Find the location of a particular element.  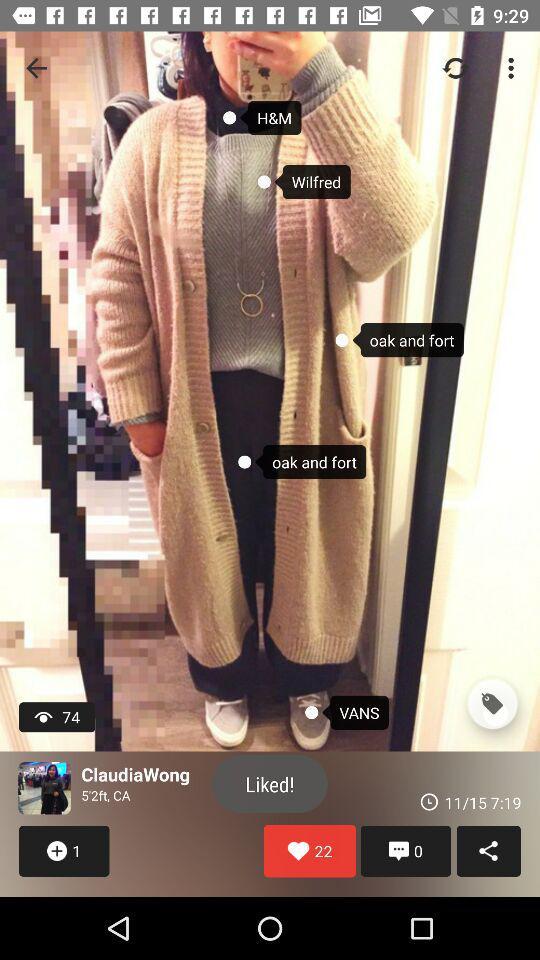

the avatar icon is located at coordinates (44, 788).